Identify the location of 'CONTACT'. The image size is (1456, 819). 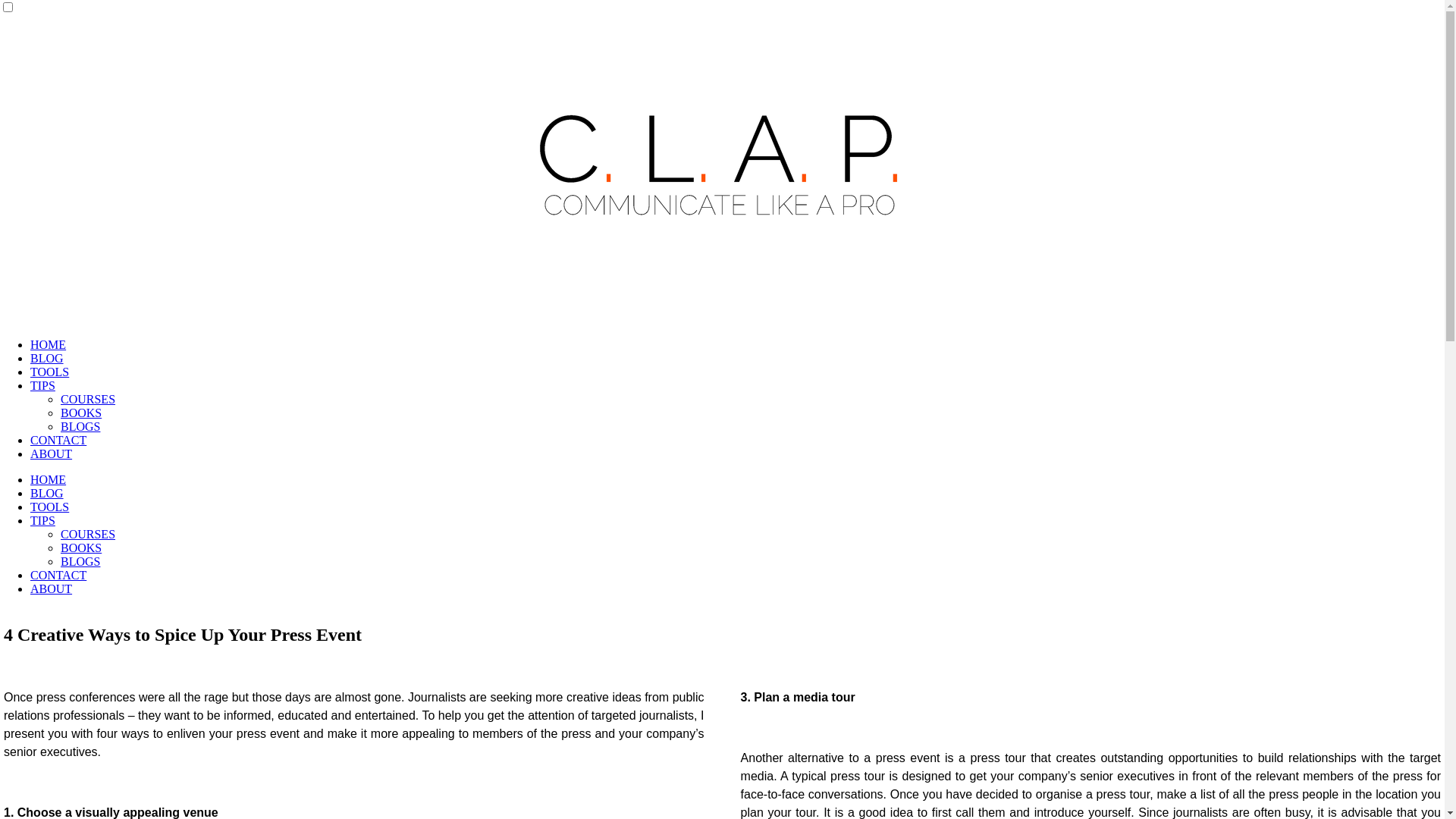
(58, 575).